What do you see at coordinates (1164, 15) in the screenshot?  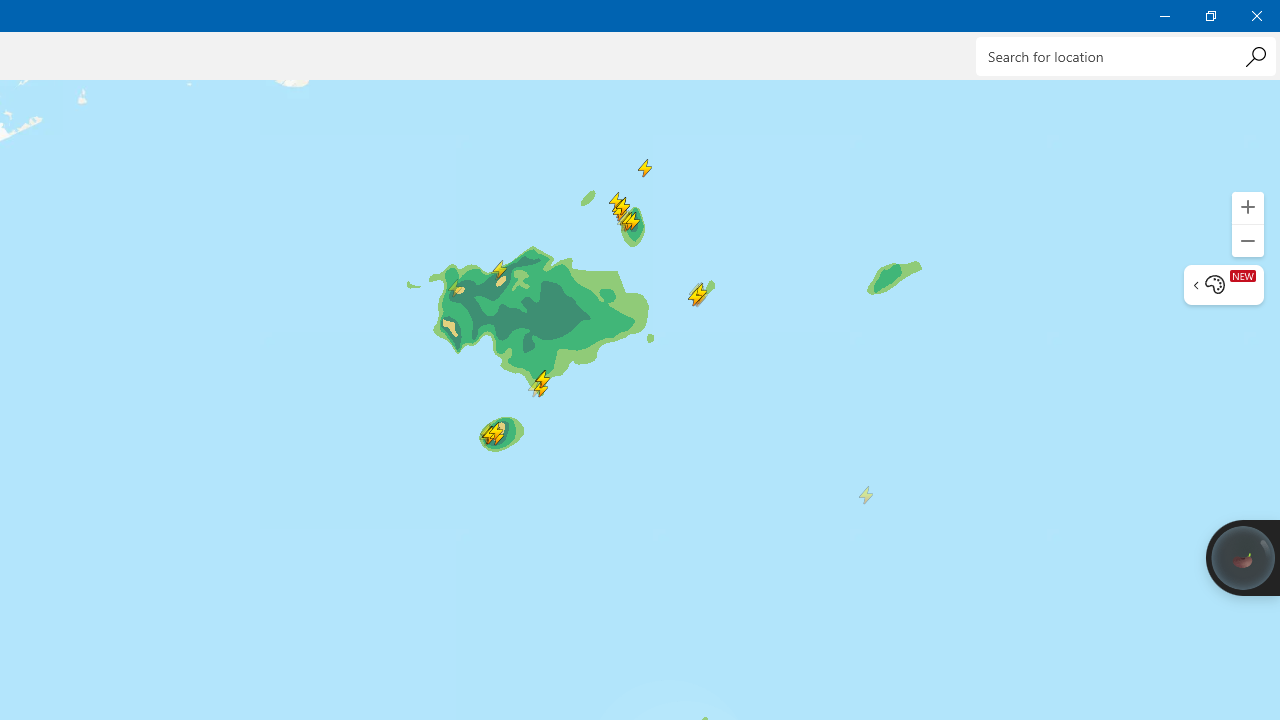 I see `'Minimize Weather'` at bounding box center [1164, 15].